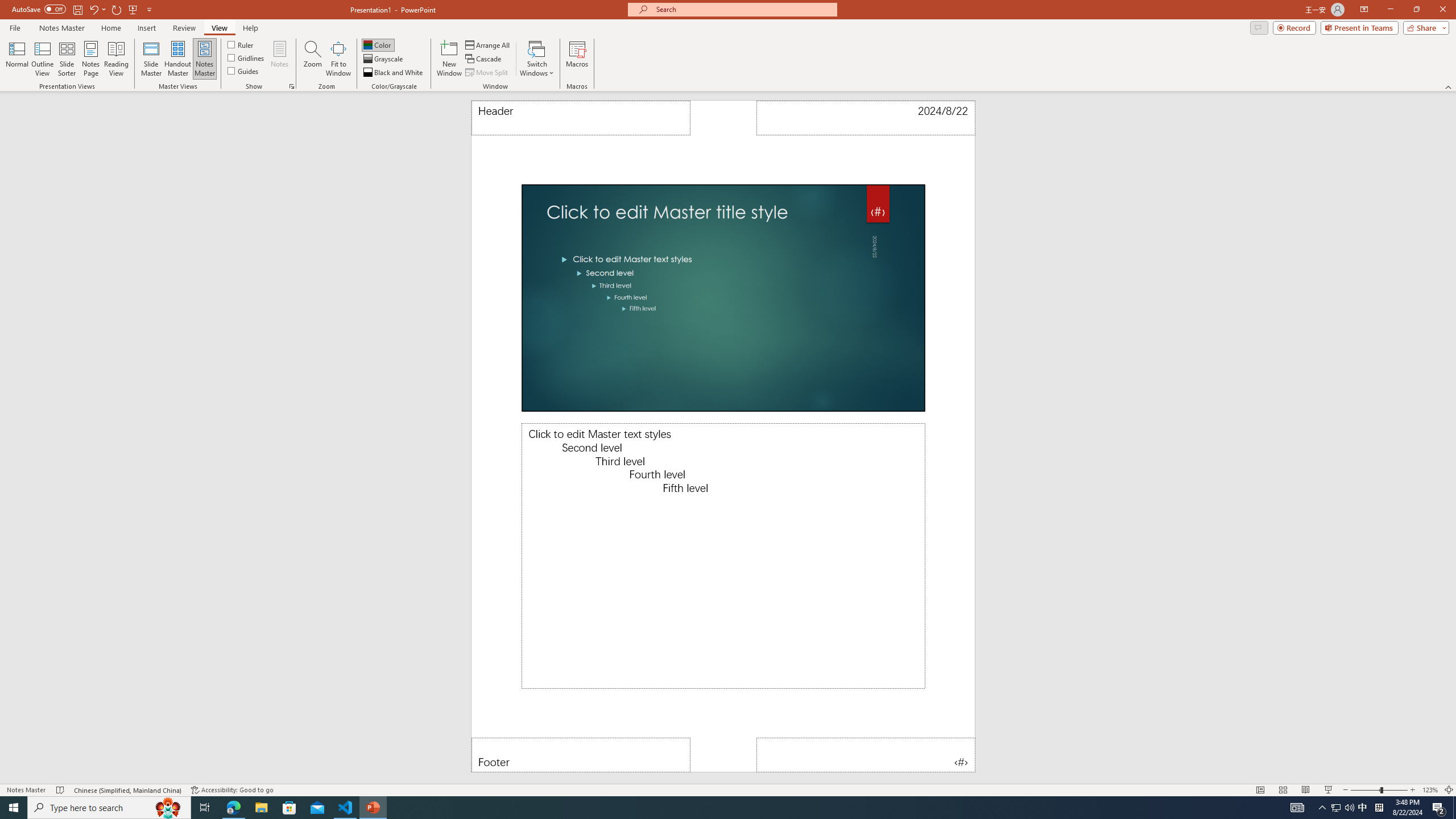 The height and width of the screenshot is (819, 1456). What do you see at coordinates (484, 59) in the screenshot?
I see `'Cascade'` at bounding box center [484, 59].